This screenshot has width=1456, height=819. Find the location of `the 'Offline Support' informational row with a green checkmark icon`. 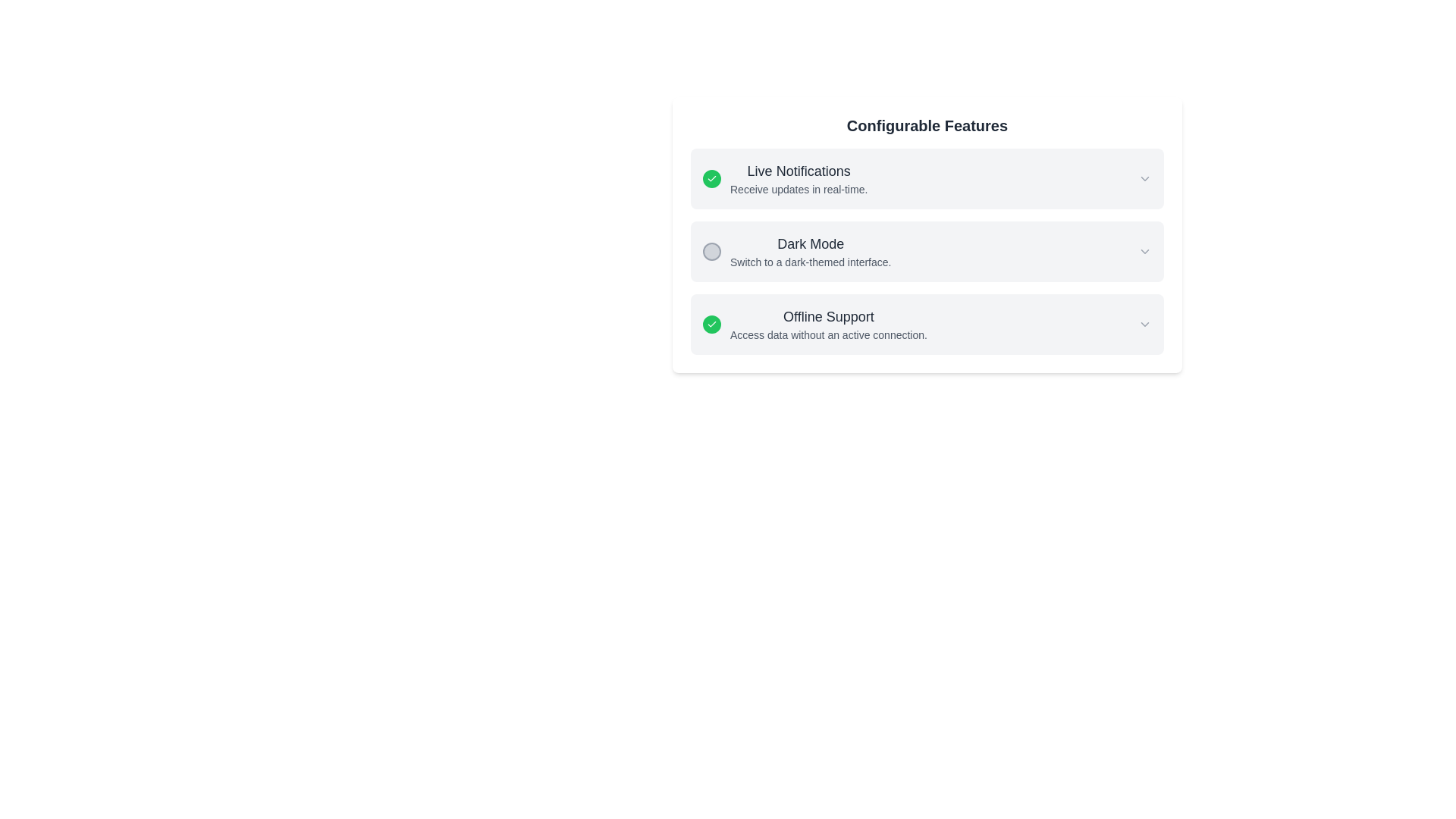

the 'Offline Support' informational row with a green checkmark icon is located at coordinates (814, 324).